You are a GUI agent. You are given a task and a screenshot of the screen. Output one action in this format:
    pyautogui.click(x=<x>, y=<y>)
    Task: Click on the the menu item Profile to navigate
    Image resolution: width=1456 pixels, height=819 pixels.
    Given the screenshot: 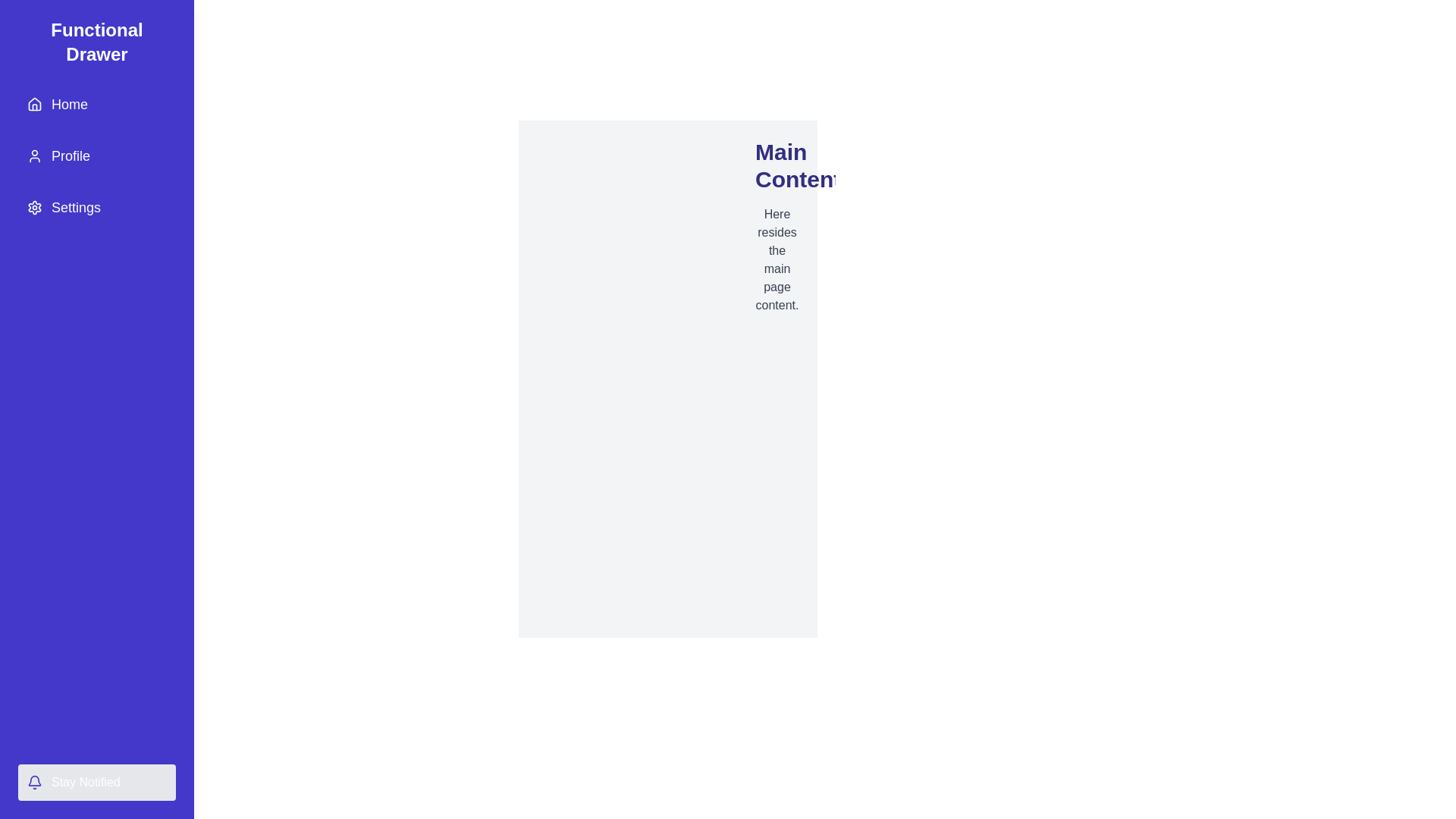 What is the action you would take?
    pyautogui.click(x=96, y=155)
    